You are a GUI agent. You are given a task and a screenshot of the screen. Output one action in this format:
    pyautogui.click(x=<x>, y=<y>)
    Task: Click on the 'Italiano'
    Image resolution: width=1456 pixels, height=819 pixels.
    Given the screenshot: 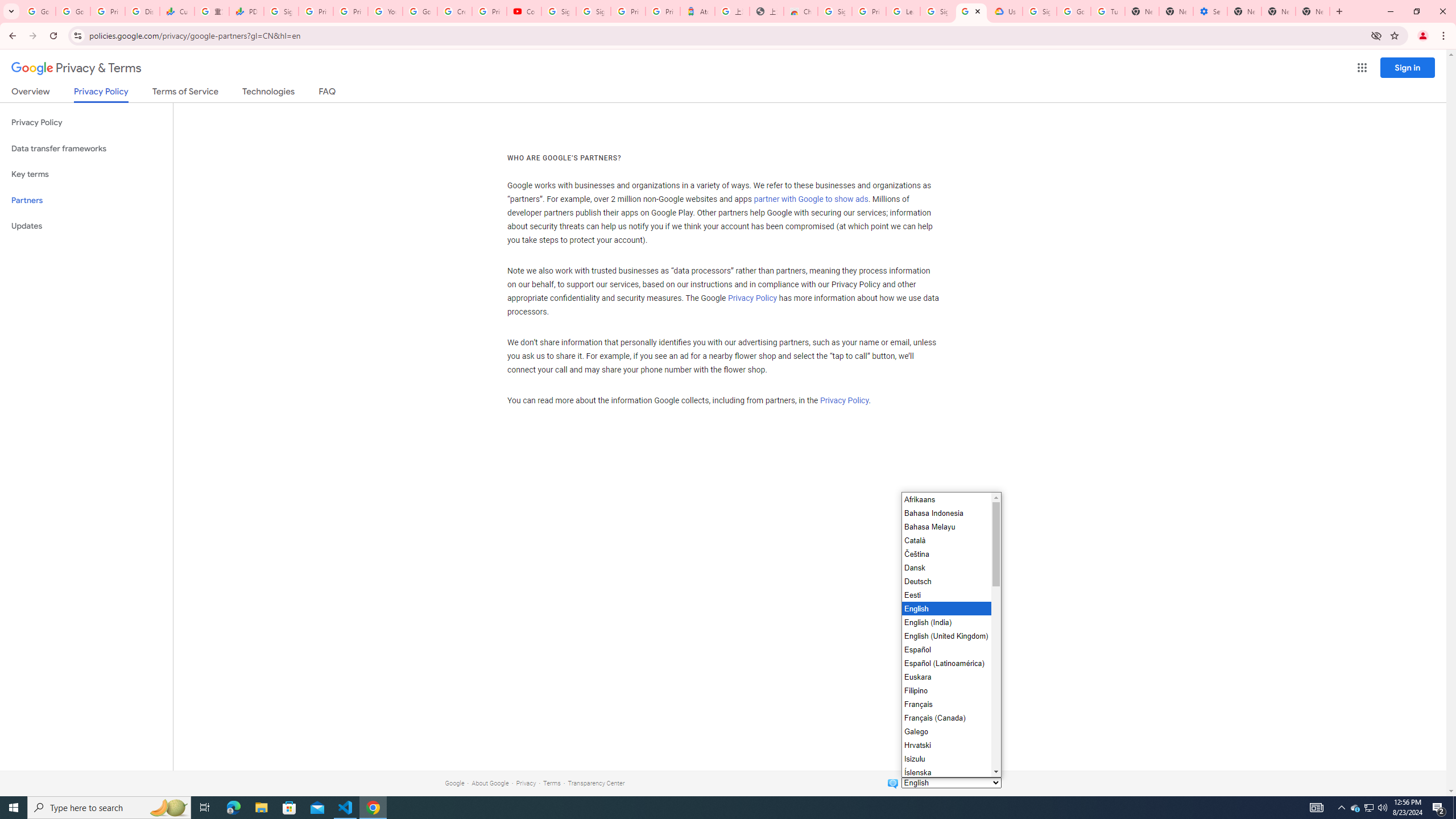 What is the action you would take?
    pyautogui.click(x=945, y=785)
    